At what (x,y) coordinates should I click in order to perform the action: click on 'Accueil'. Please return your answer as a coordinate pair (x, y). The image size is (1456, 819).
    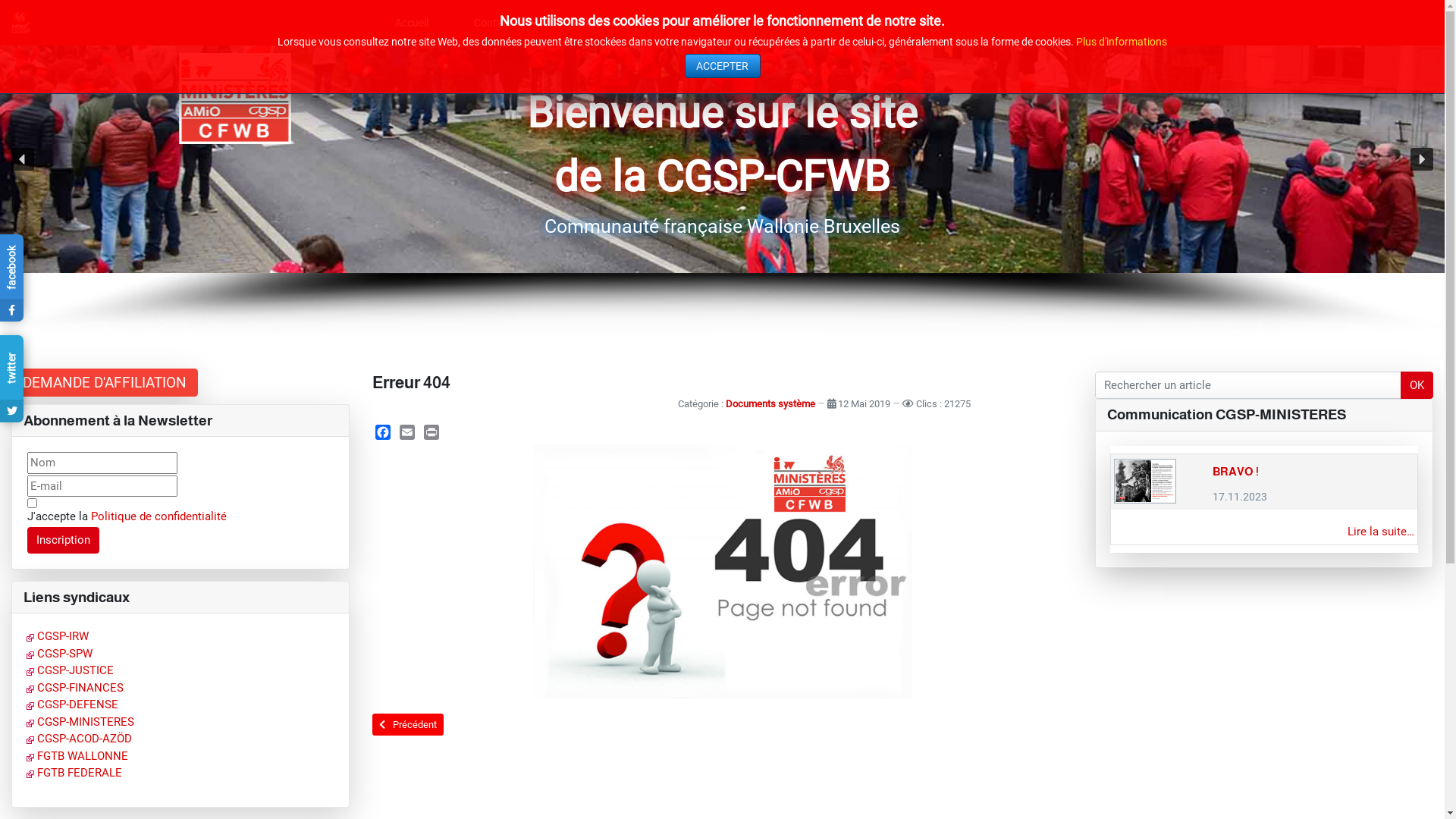
    Looking at the image, I should click on (411, 23).